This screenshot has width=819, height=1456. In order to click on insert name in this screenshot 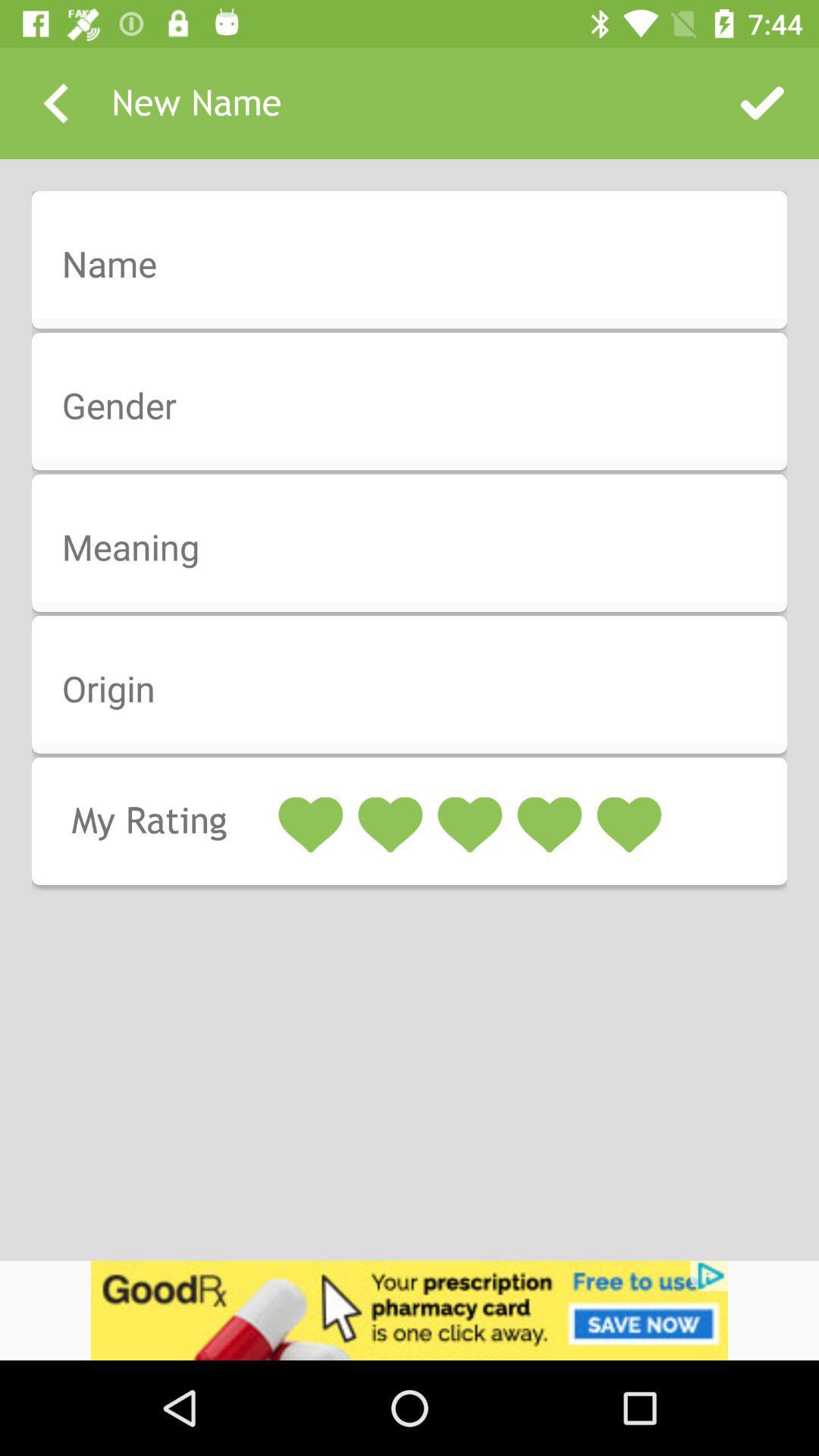, I will do `click(419, 265)`.